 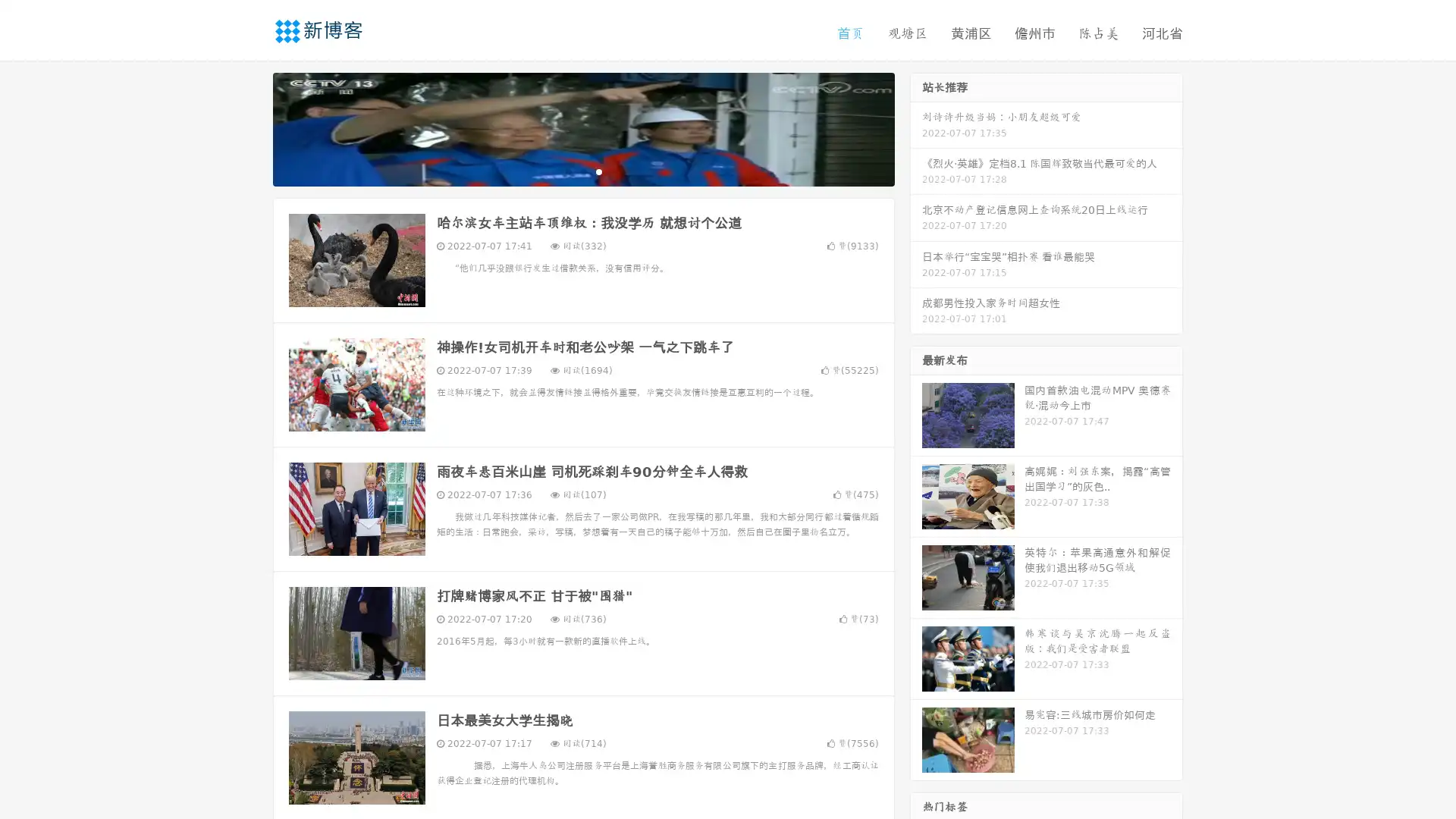 What do you see at coordinates (582, 171) in the screenshot?
I see `Go to slide 2` at bounding box center [582, 171].